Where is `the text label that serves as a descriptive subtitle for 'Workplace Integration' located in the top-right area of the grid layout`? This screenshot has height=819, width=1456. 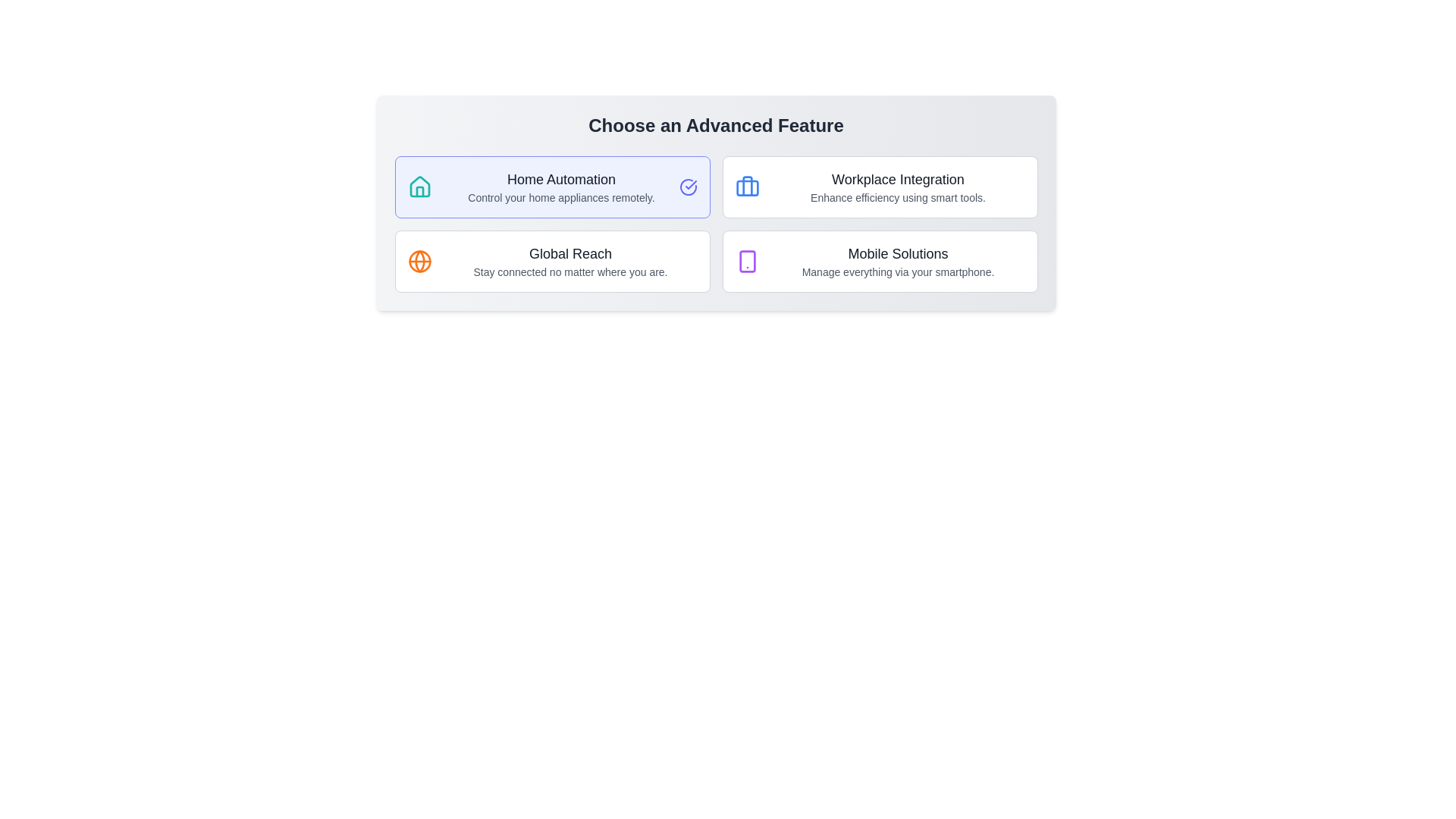
the text label that serves as a descriptive subtitle for 'Workplace Integration' located in the top-right area of the grid layout is located at coordinates (898, 197).